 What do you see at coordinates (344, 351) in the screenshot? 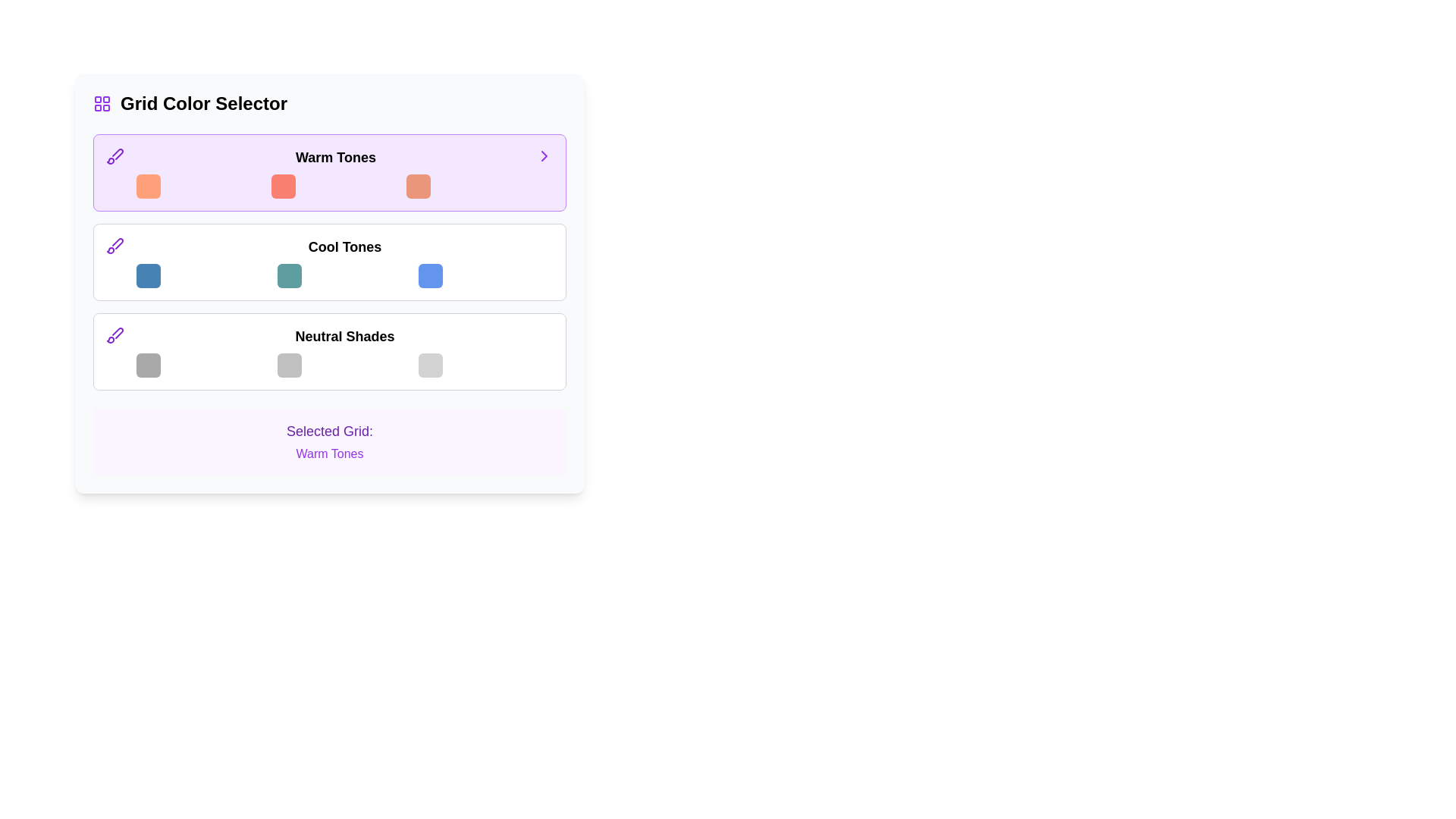
I see `an individual color button within the 'Neutral Shades' Labeled Color Selection Grid, which is located below the 'Warm Tones' and 'Cool Tones' sections` at bounding box center [344, 351].